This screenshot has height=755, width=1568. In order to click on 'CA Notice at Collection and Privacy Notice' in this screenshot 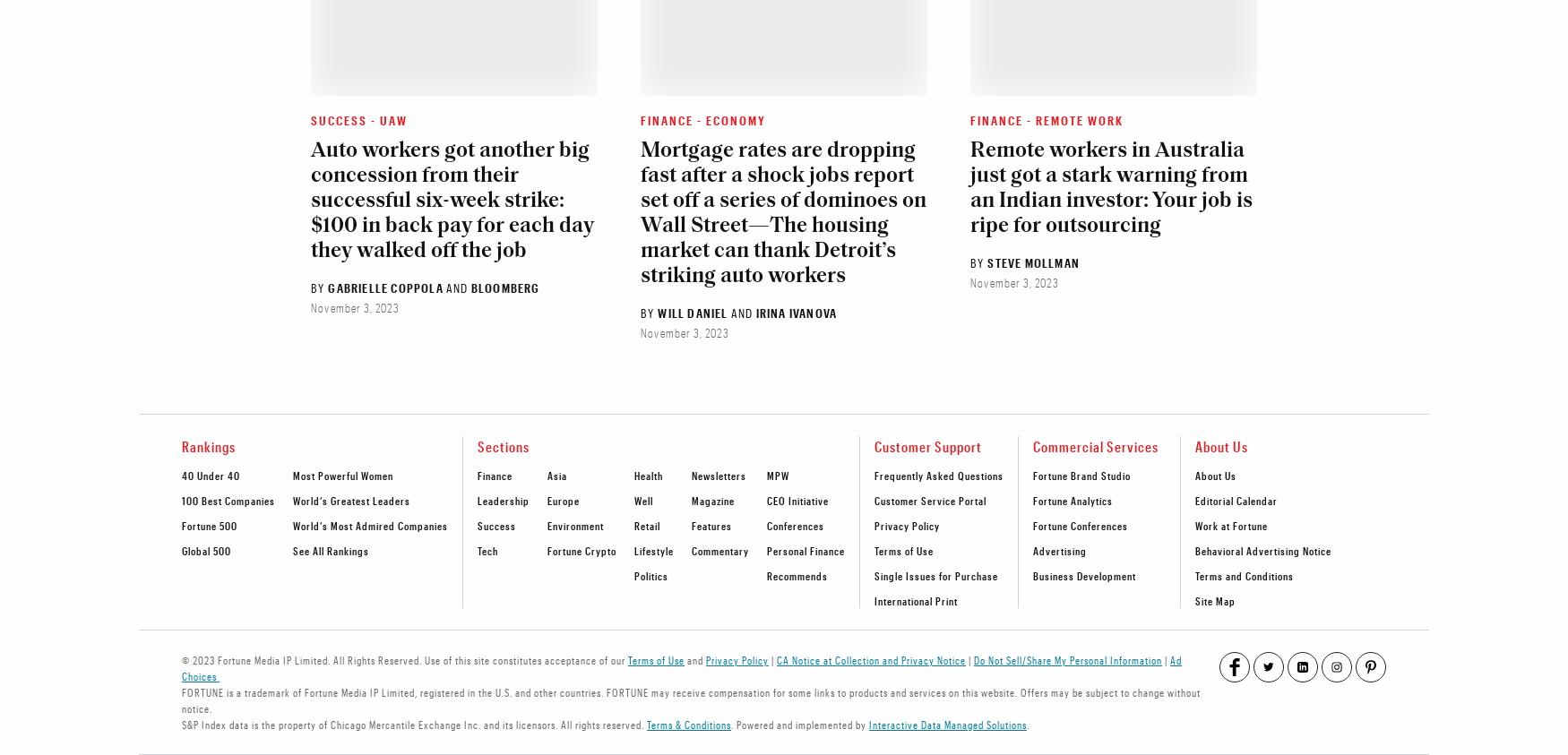, I will do `click(776, 659)`.